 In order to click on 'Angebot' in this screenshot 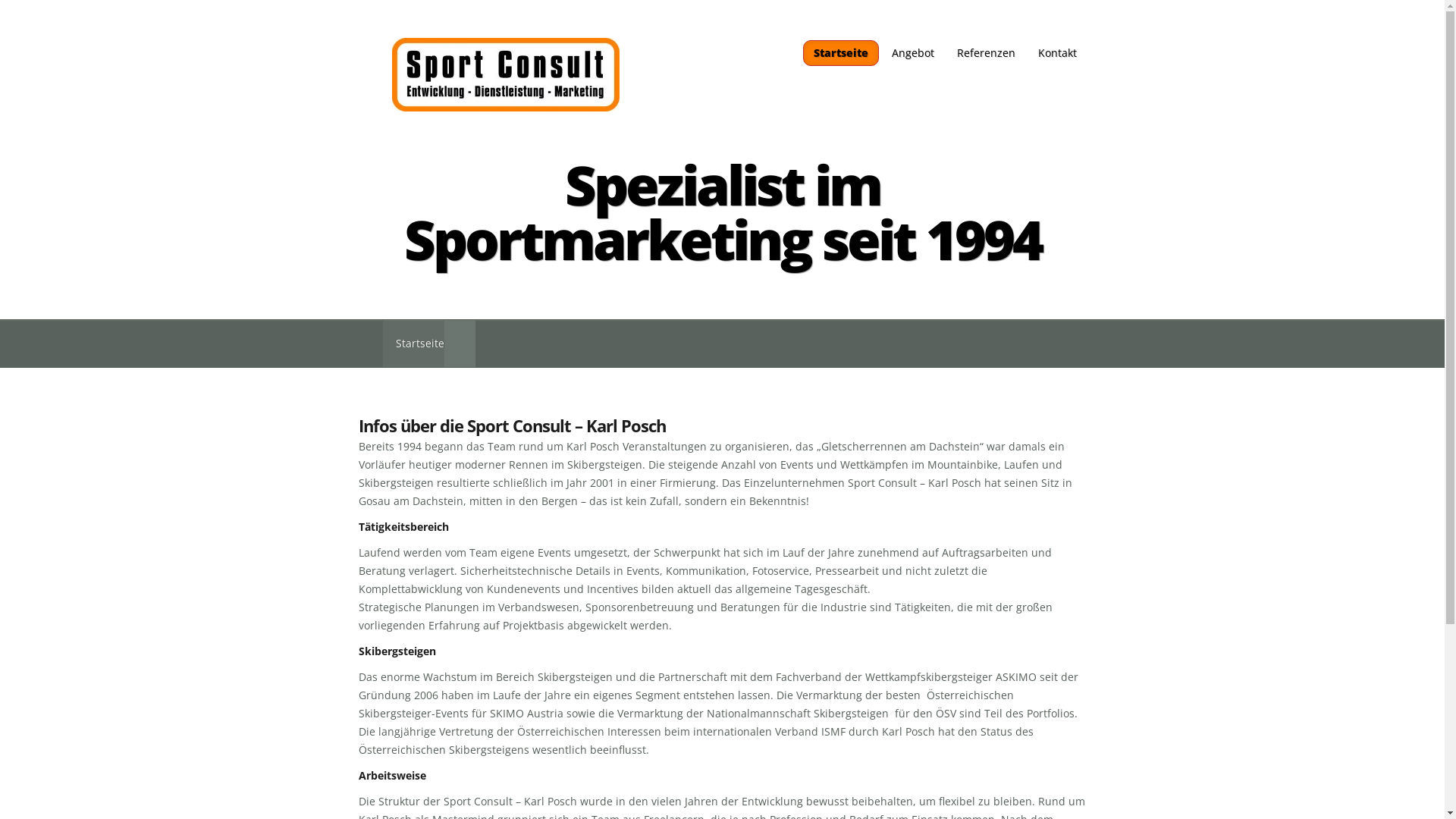, I will do `click(912, 52)`.